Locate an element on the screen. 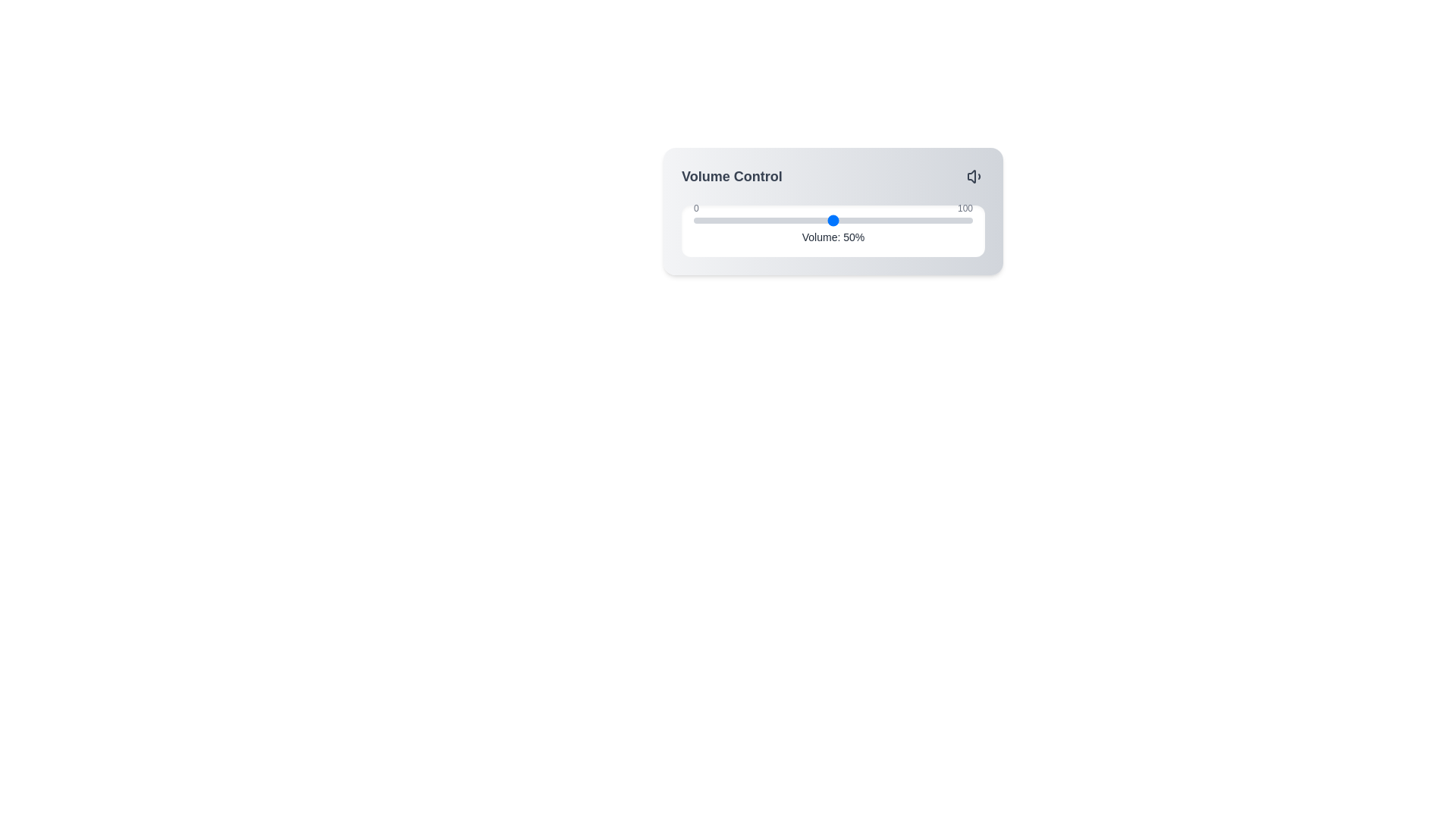 The width and height of the screenshot is (1456, 819). the volume to 34% by dragging the slider is located at coordinates (789, 220).